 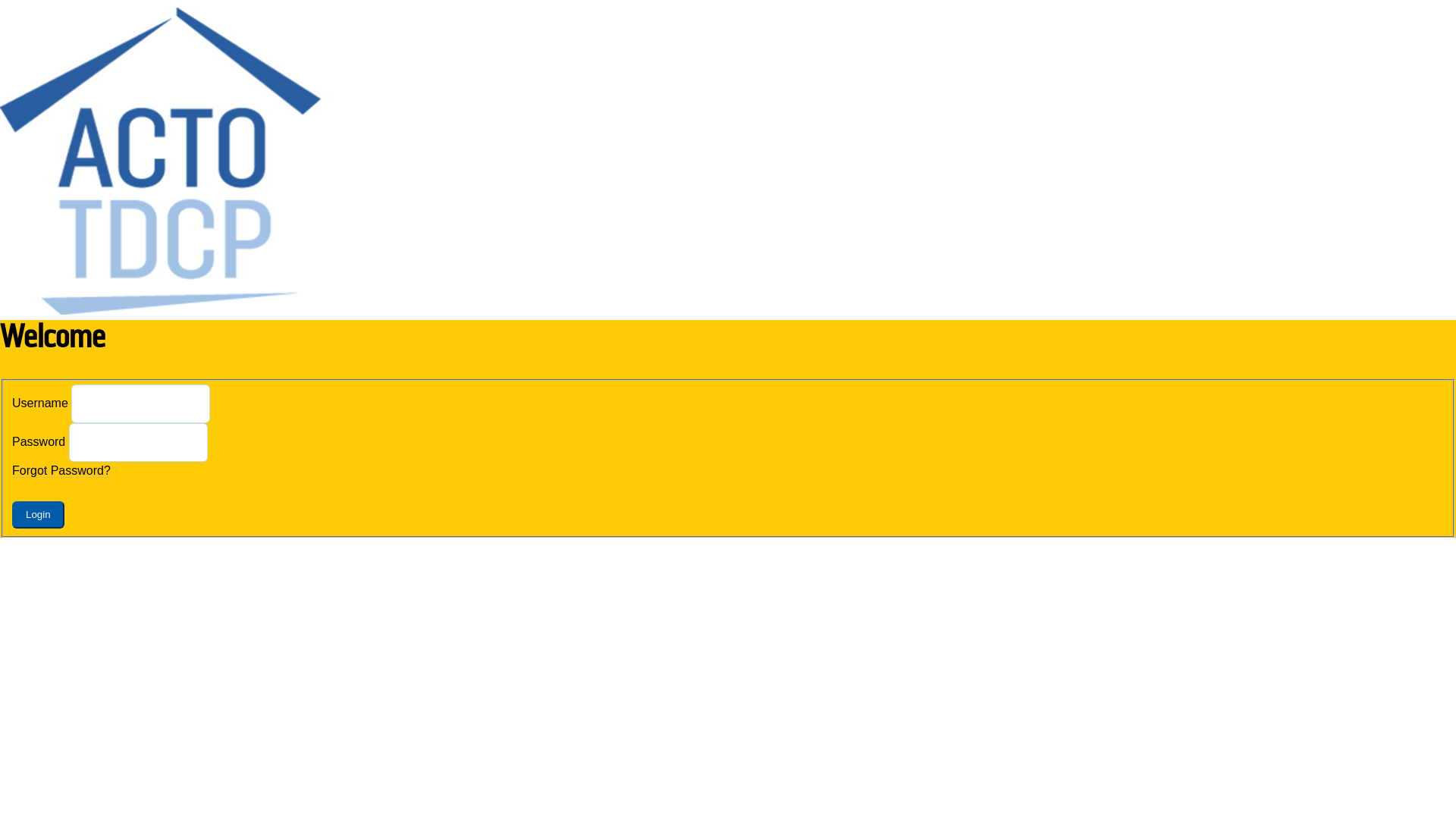 What do you see at coordinates (61, 470) in the screenshot?
I see `'Forgot Password?'` at bounding box center [61, 470].